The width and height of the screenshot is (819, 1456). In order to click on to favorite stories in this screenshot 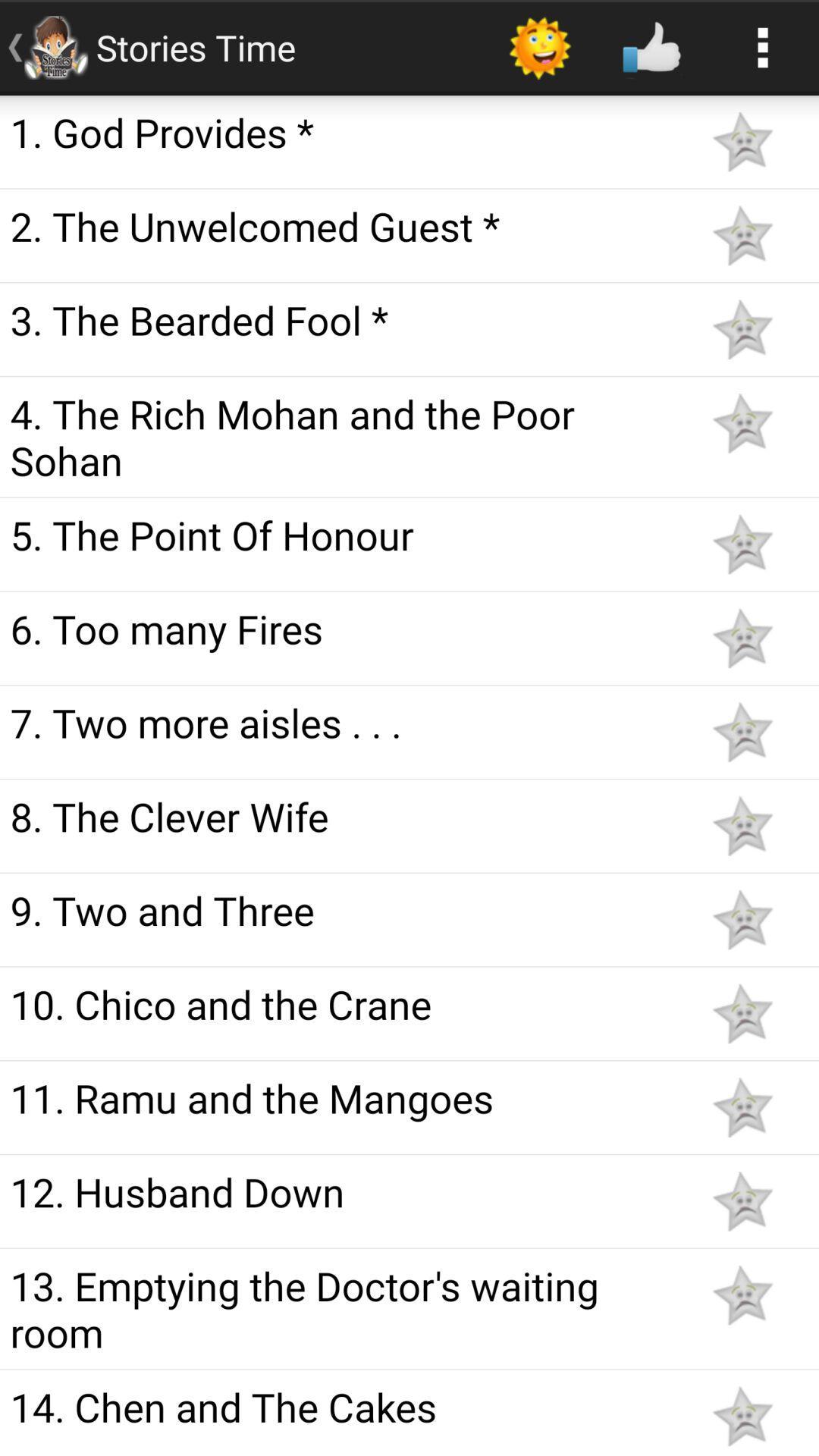, I will do `click(742, 234)`.